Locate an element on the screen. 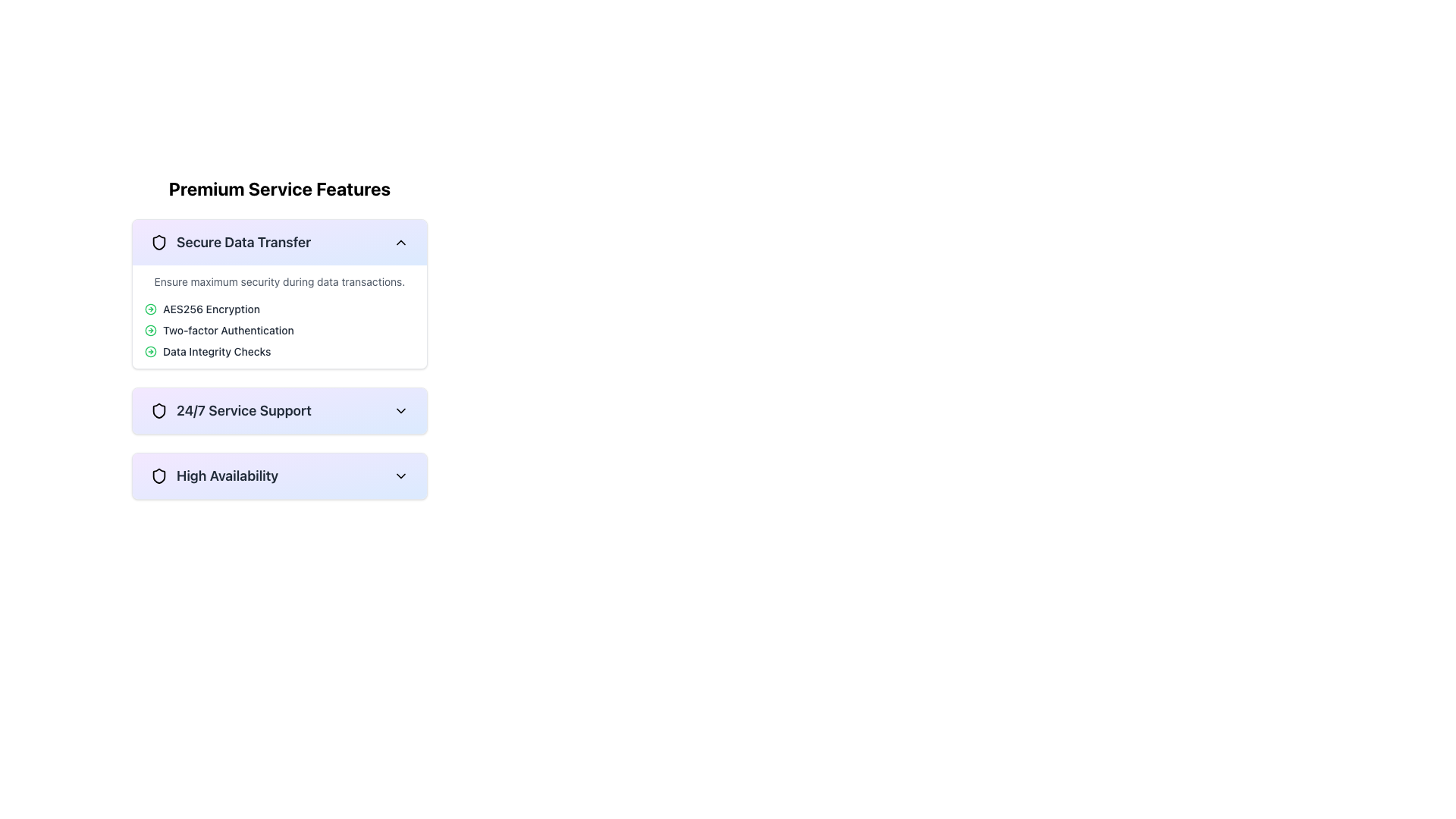 The width and height of the screenshot is (1456, 819). the shield-like graphic icon located to the left of the 'Secure Data Transfer' heading is located at coordinates (159, 242).